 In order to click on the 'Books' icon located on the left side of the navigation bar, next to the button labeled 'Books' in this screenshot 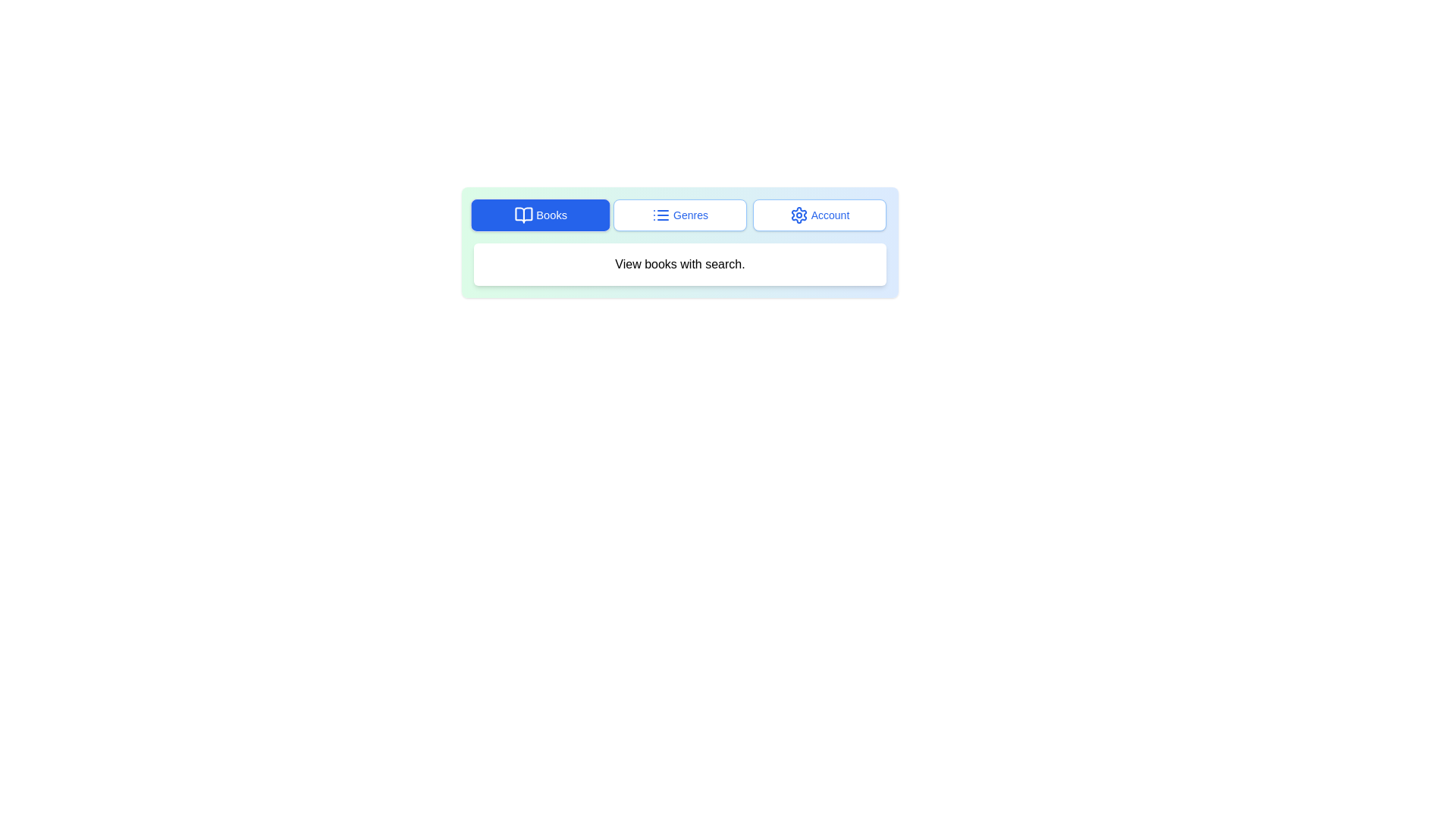, I will do `click(523, 215)`.